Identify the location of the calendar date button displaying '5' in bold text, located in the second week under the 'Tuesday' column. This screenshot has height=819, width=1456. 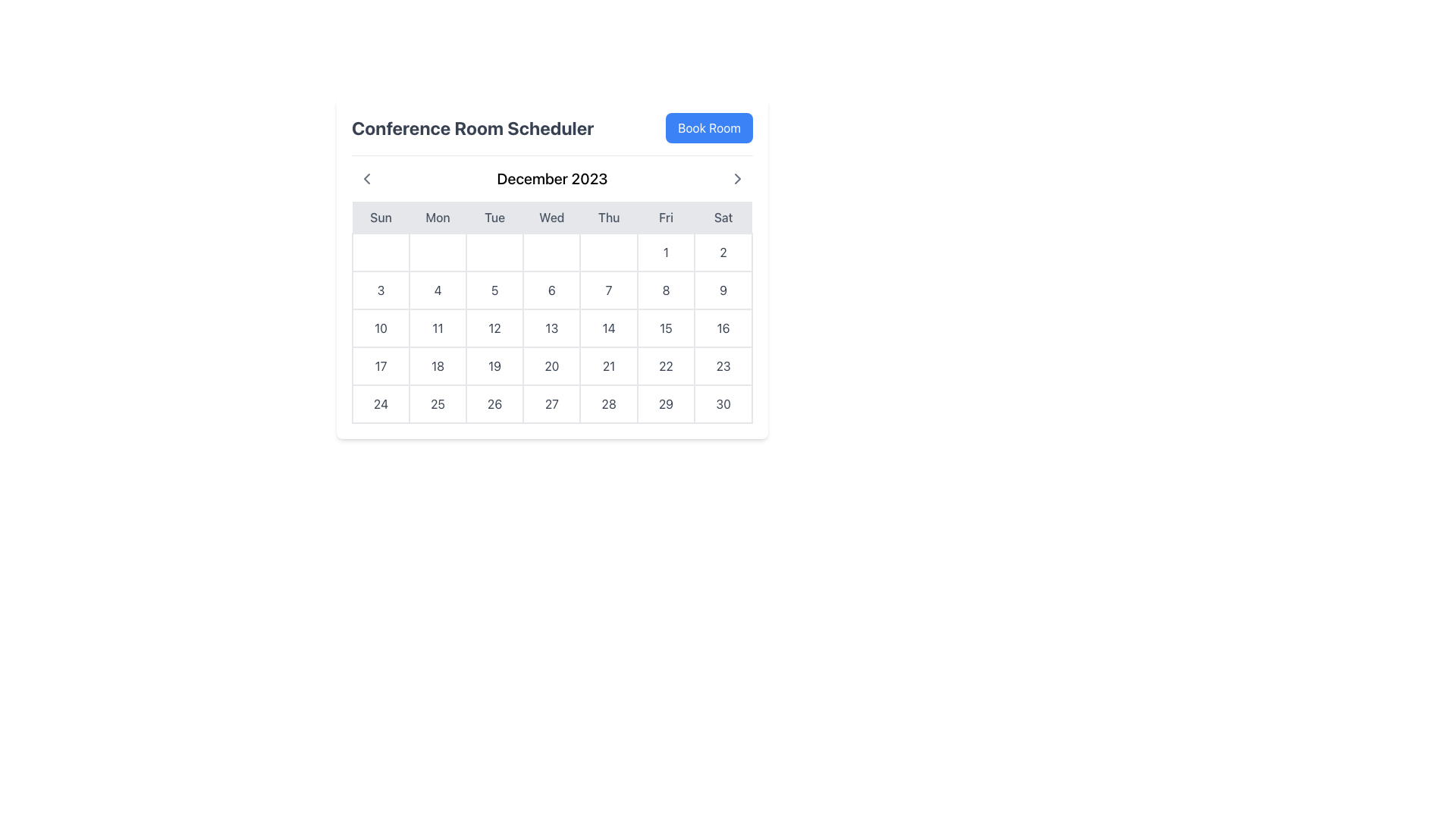
(494, 290).